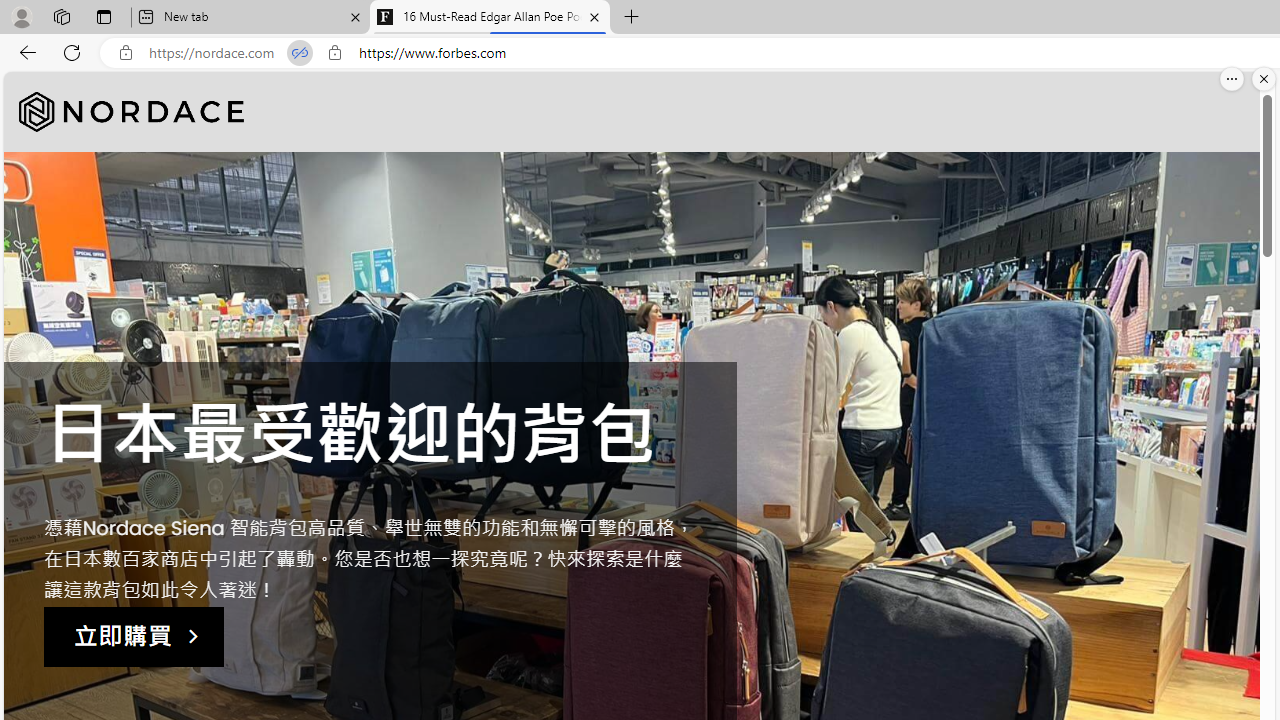 This screenshot has width=1280, height=720. What do you see at coordinates (249, 17) in the screenshot?
I see `'New tab'` at bounding box center [249, 17].